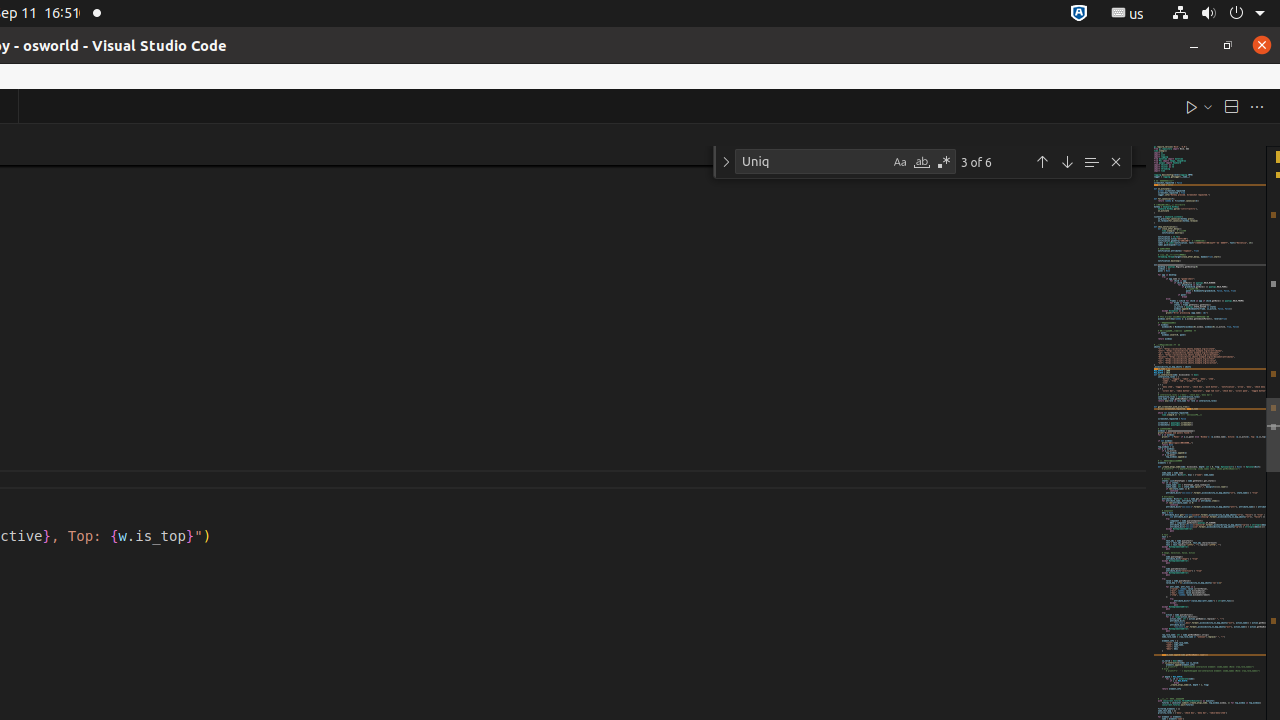  I want to click on 'Run Python File', so click(1191, 106).